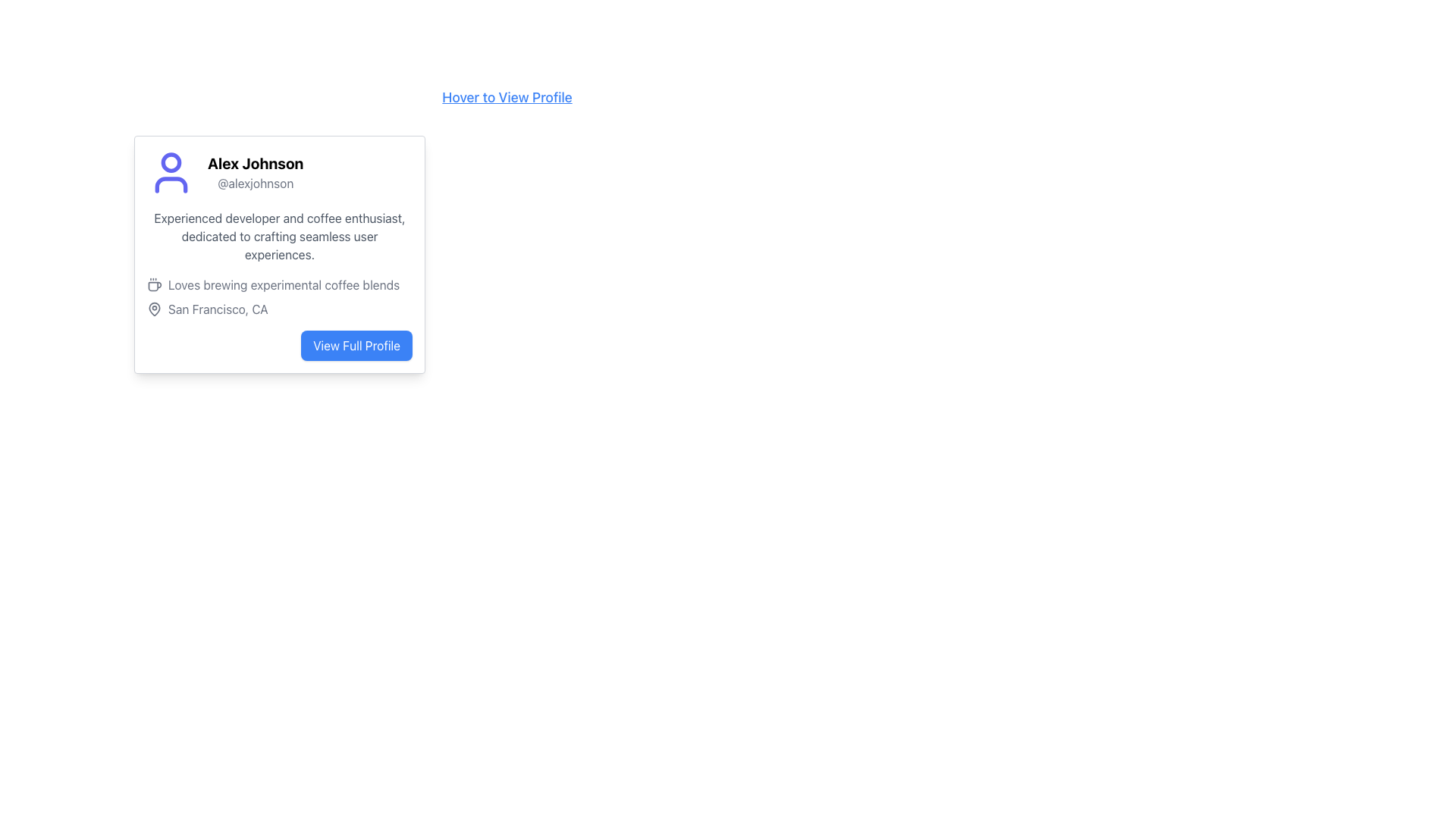 Image resolution: width=1456 pixels, height=819 pixels. I want to click on text displayed in the user profile component, which shows the name and username of the user, located to the right of the user silhouette icon, so click(256, 171).